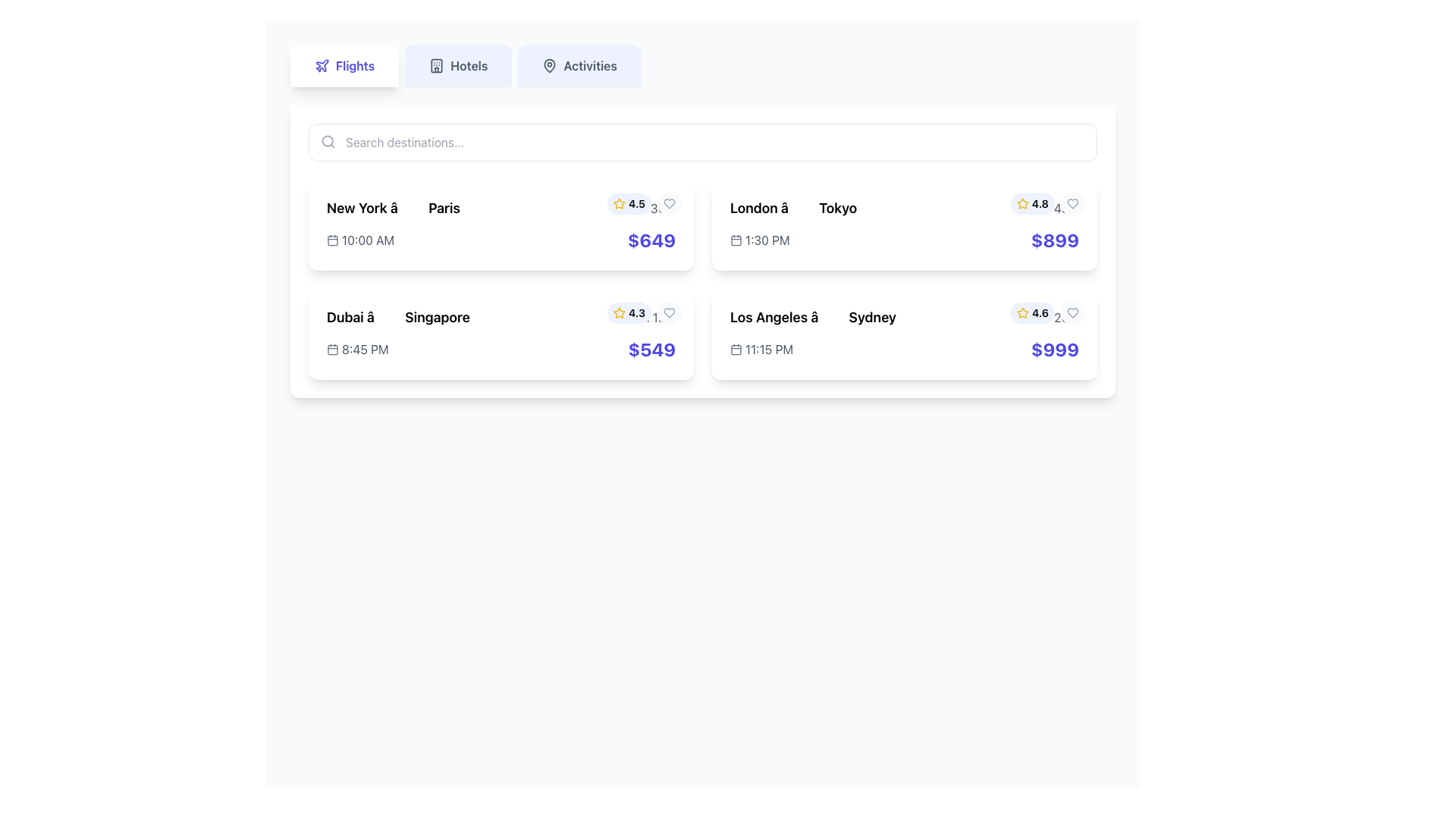 This screenshot has width=1456, height=819. What do you see at coordinates (327, 141) in the screenshot?
I see `the search icon located inside the search bar, to the left of the placeholder text 'Search destinations...'` at bounding box center [327, 141].